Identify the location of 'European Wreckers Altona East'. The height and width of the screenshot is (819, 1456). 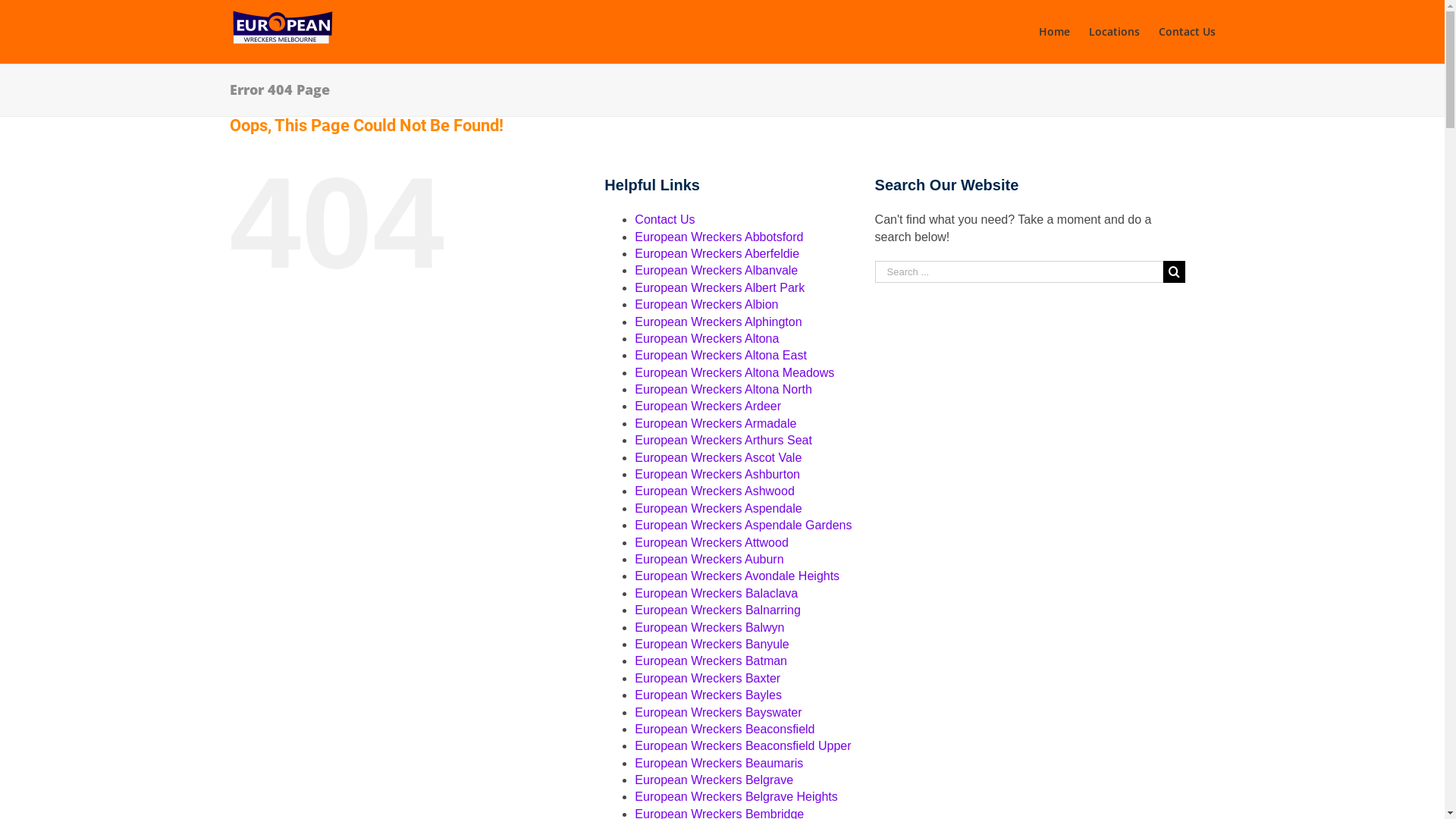
(720, 355).